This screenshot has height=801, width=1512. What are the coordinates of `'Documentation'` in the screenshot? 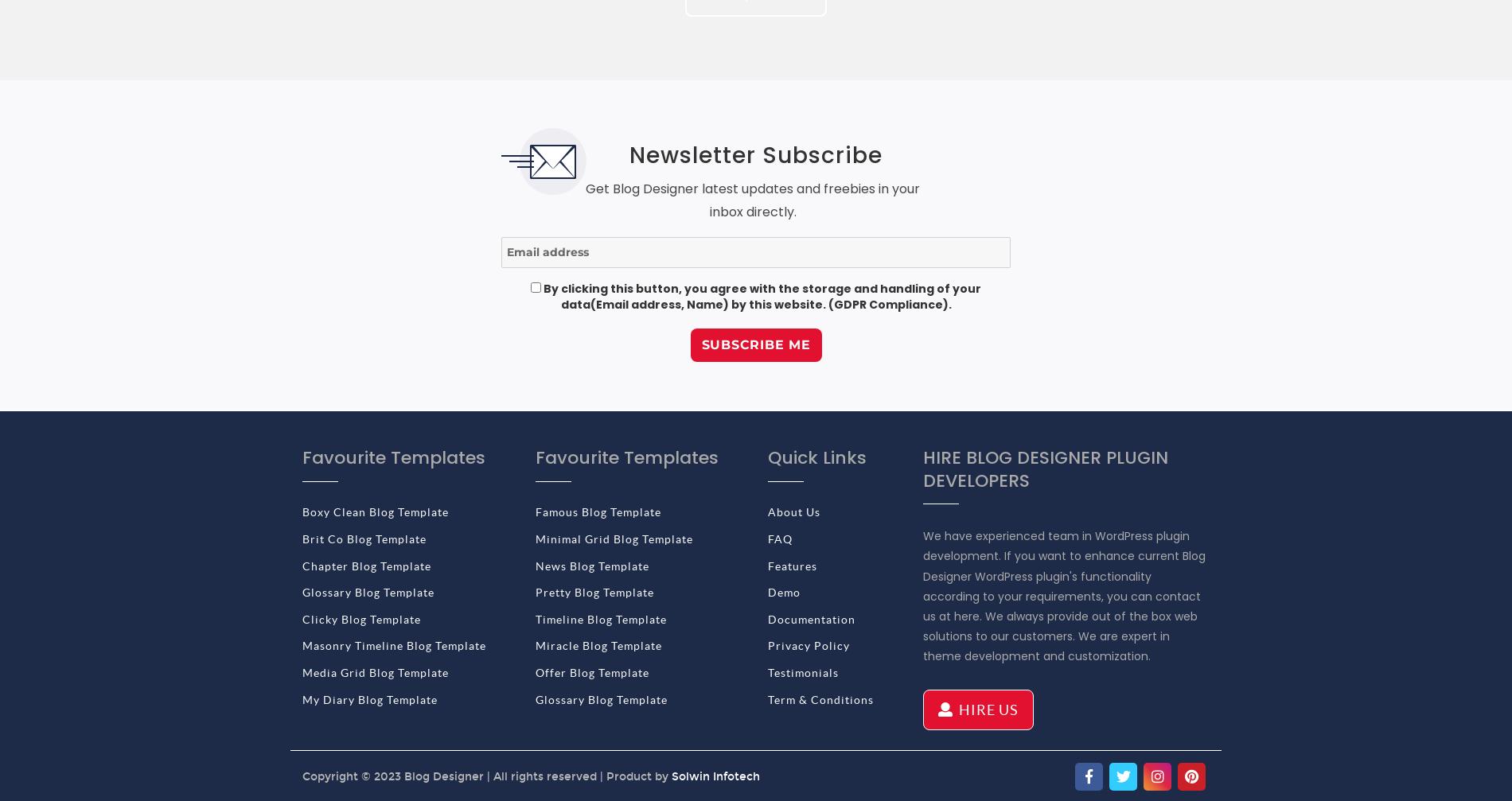 It's located at (768, 618).